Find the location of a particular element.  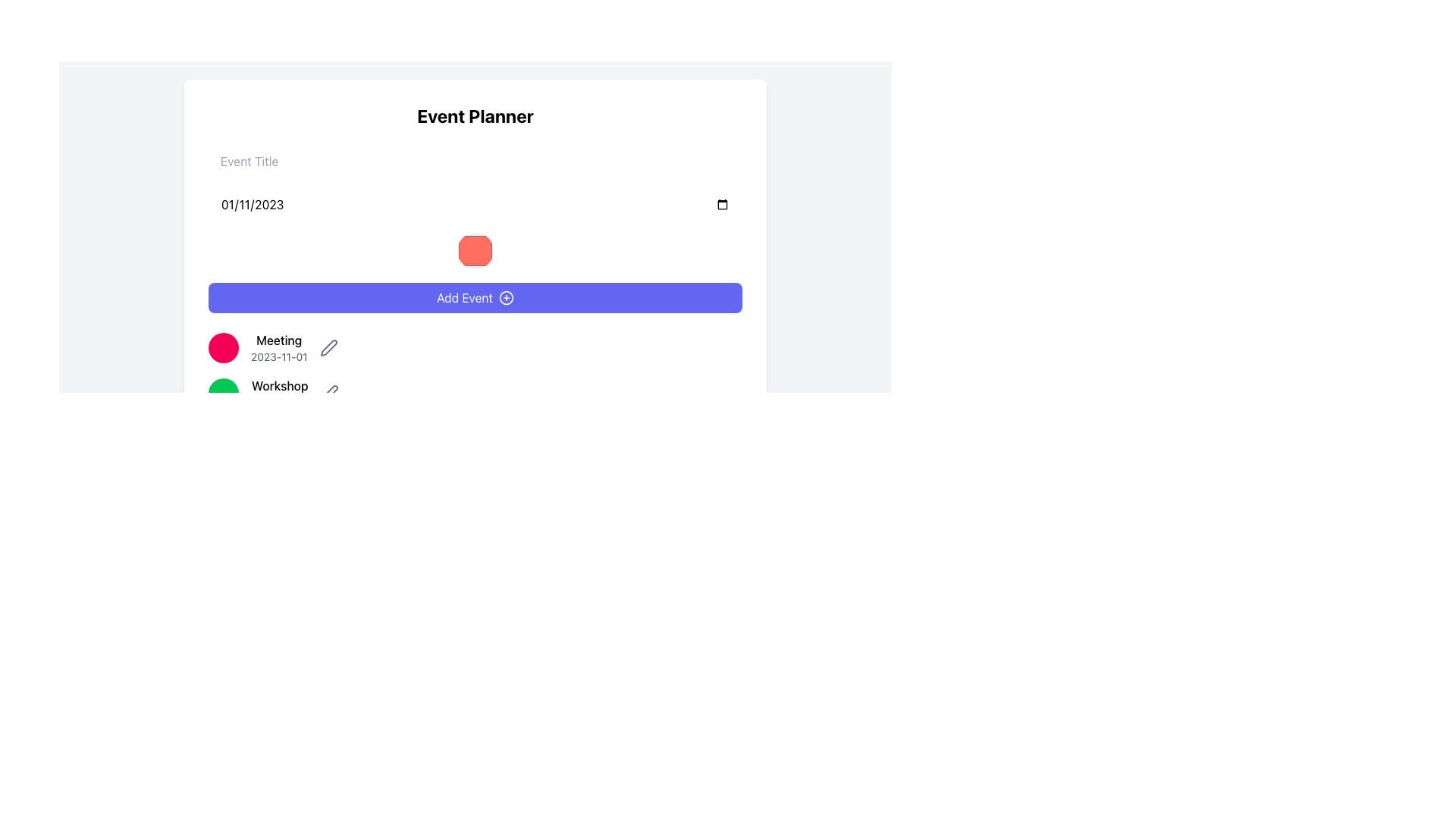

the text label displaying 'Workshop', which is the second event item in a vertical list, positioned below the 'Meeting' label and next to a green circular indicator is located at coordinates (280, 393).